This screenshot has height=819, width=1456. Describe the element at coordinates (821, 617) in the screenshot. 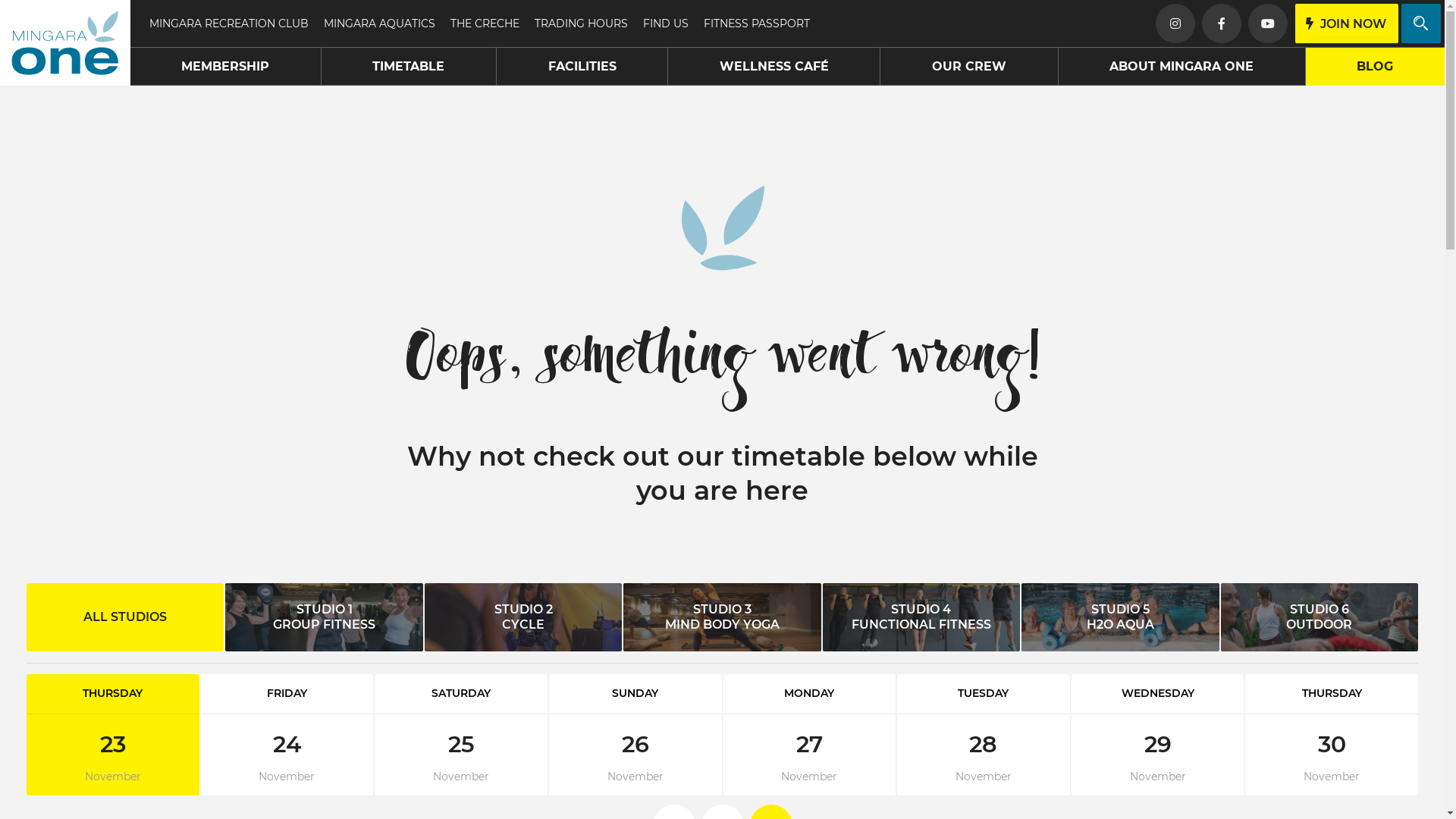

I see `'STUDIO 4` at that location.